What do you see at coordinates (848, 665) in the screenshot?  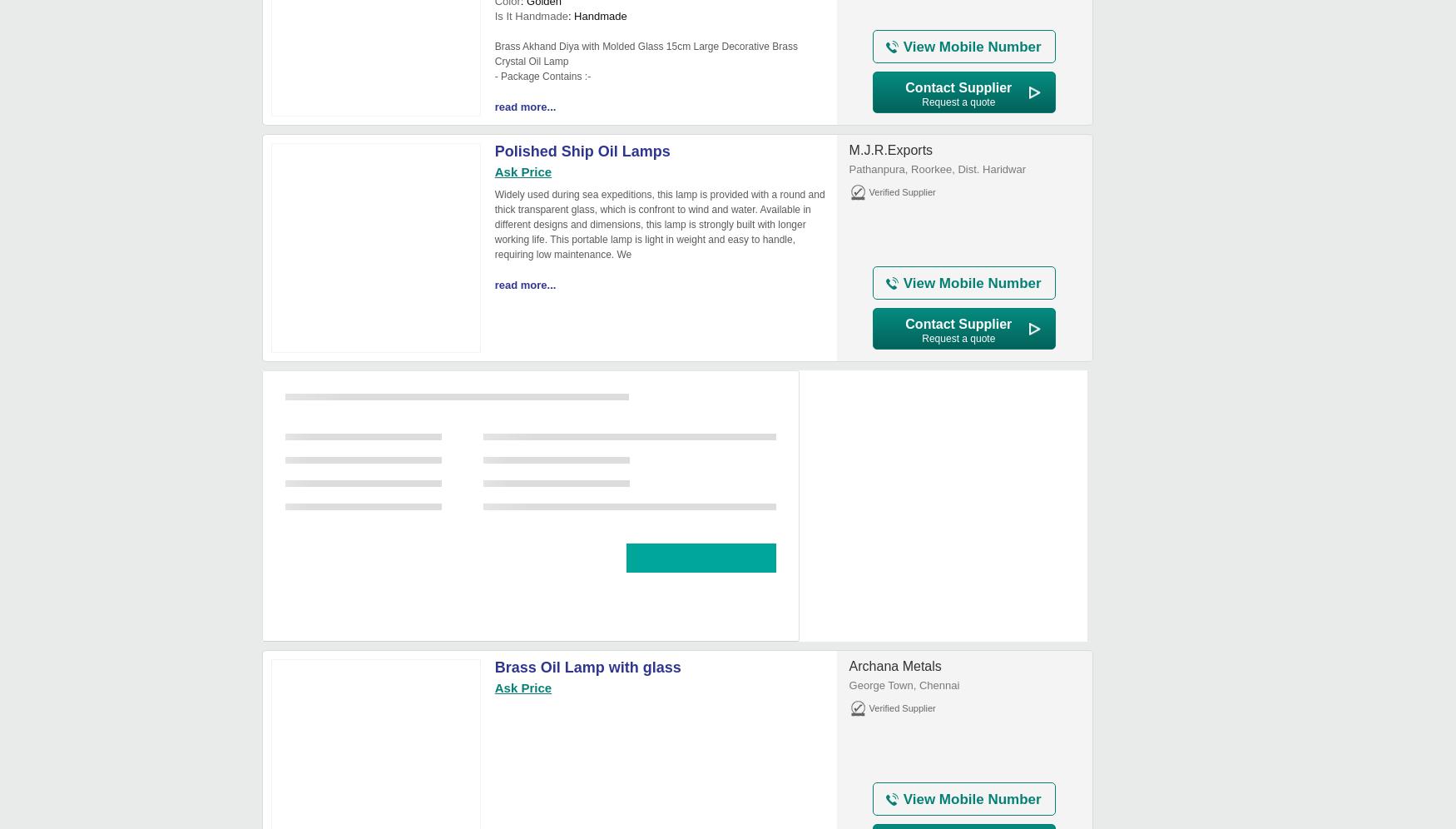 I see `'Archana Metals'` at bounding box center [848, 665].